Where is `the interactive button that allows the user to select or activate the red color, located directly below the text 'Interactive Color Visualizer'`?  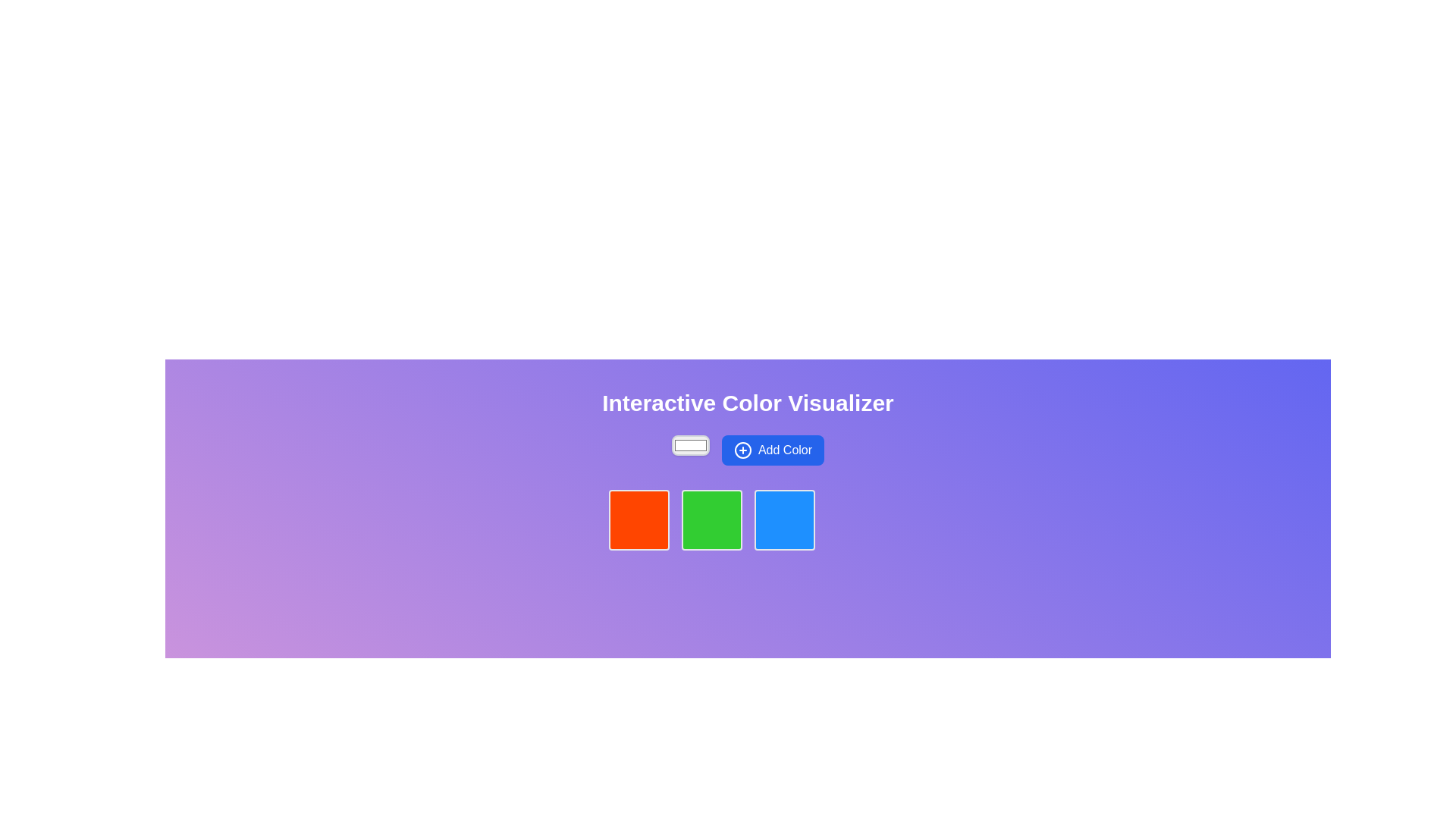 the interactive button that allows the user to select or activate the red color, located directly below the text 'Interactive Color Visualizer' is located at coordinates (639, 519).